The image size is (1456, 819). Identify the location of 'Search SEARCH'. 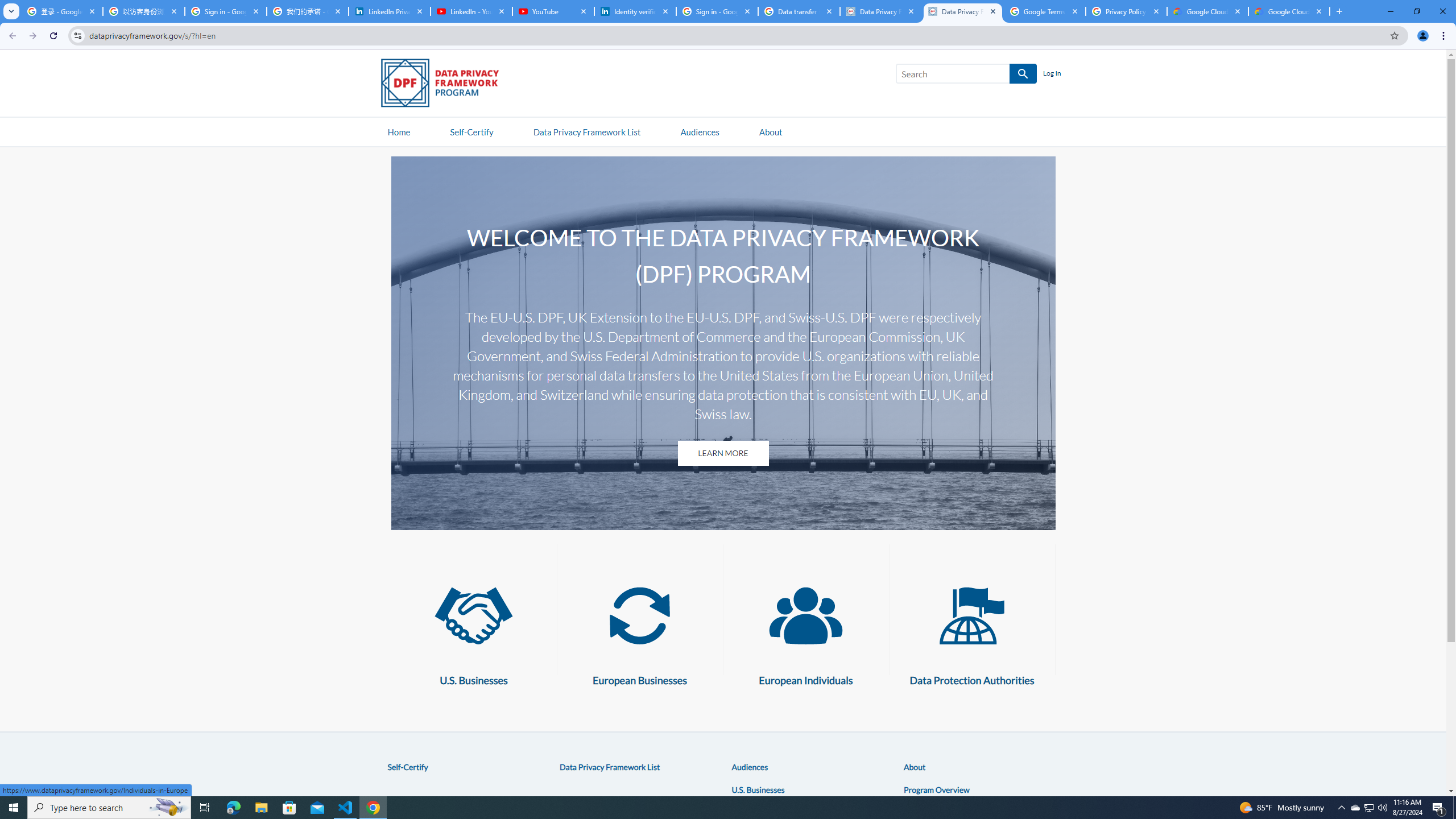
(965, 76).